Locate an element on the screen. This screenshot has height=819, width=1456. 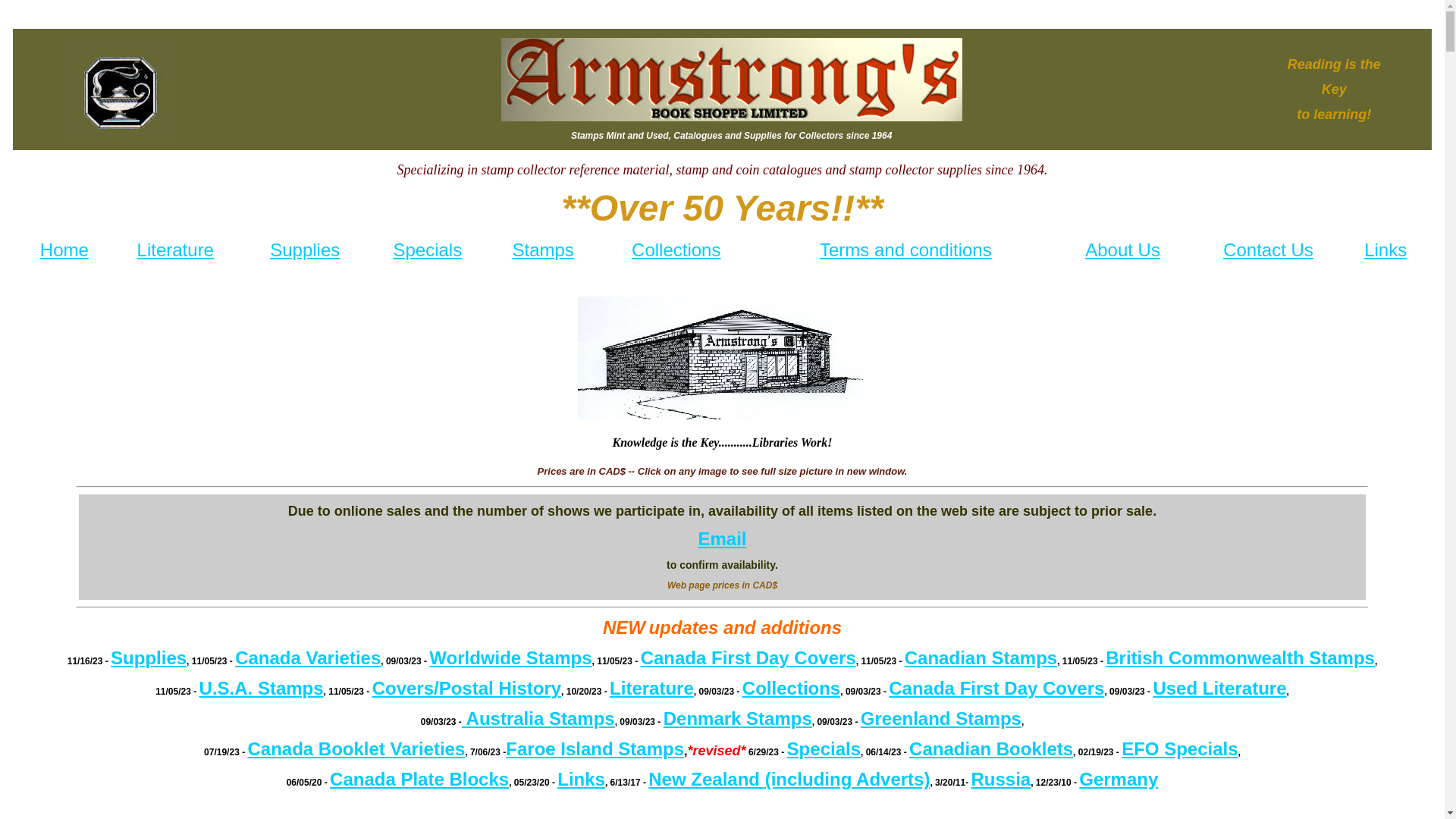
'Links' is located at coordinates (556, 779).